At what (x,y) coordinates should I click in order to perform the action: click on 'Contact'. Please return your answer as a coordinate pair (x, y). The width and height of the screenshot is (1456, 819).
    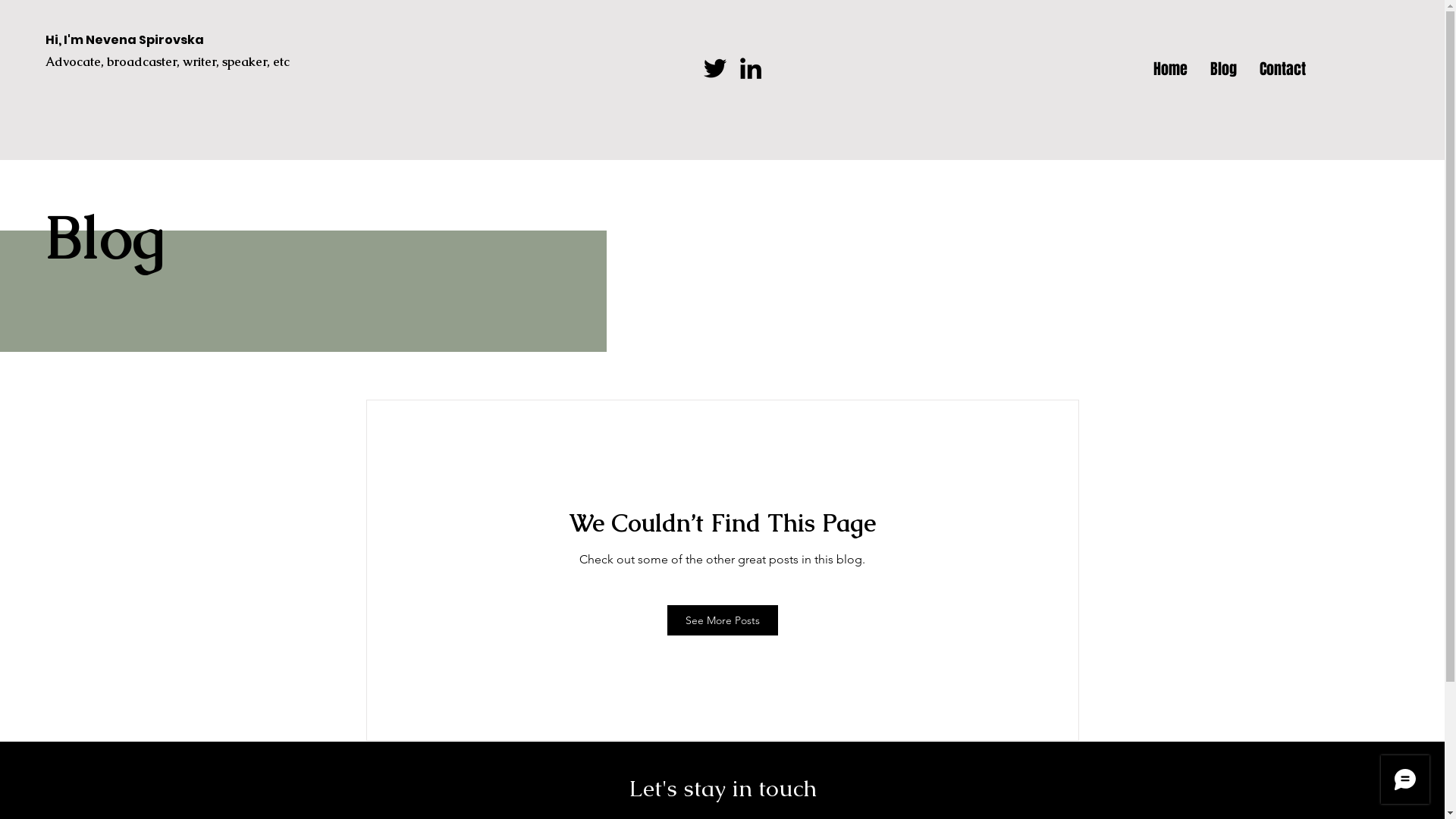
    Looking at the image, I should click on (1282, 66).